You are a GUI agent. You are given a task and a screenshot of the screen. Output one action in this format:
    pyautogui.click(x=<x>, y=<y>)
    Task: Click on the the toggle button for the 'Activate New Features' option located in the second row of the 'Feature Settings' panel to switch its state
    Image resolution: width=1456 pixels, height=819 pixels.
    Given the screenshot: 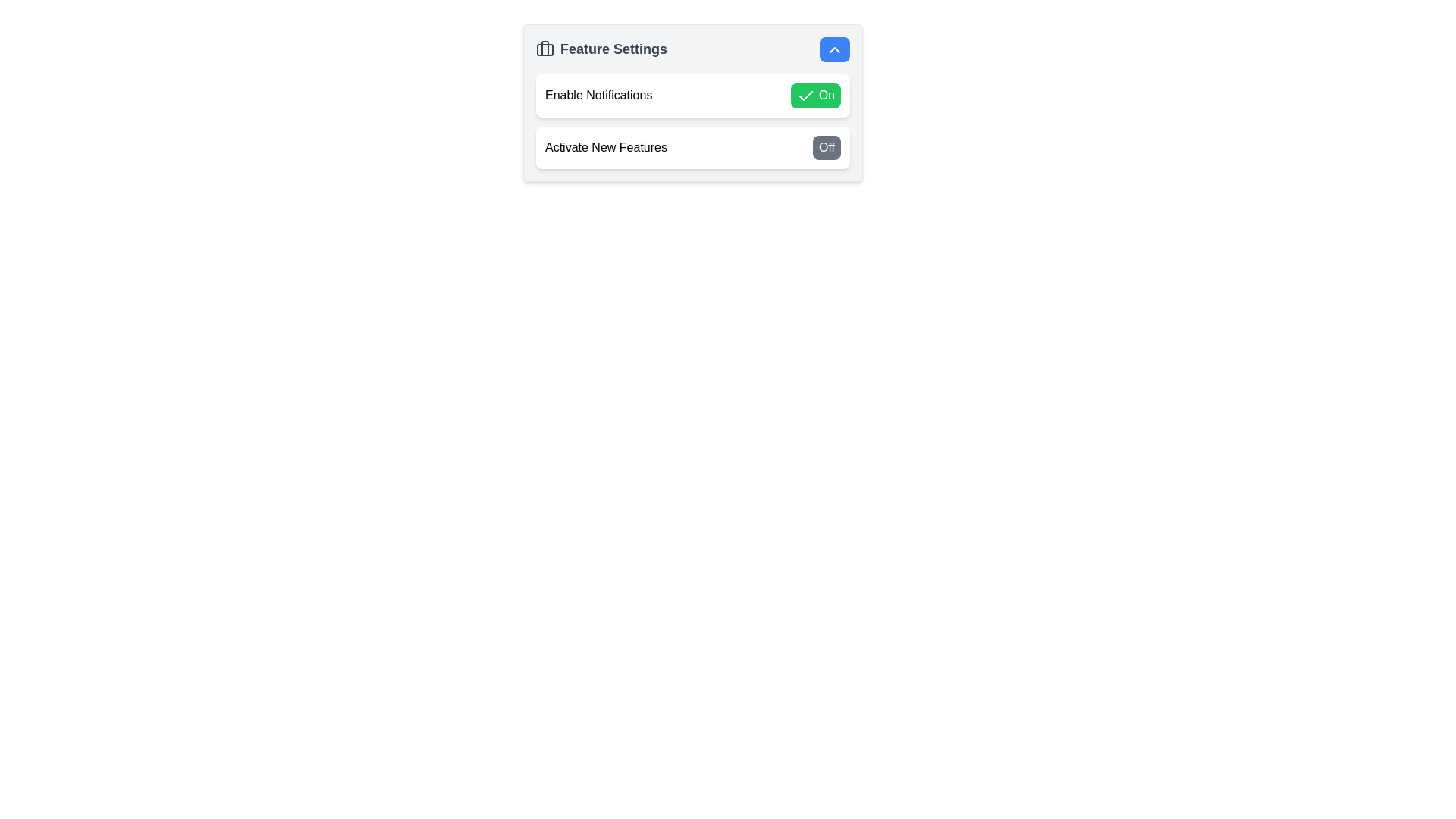 What is the action you would take?
    pyautogui.click(x=692, y=146)
    